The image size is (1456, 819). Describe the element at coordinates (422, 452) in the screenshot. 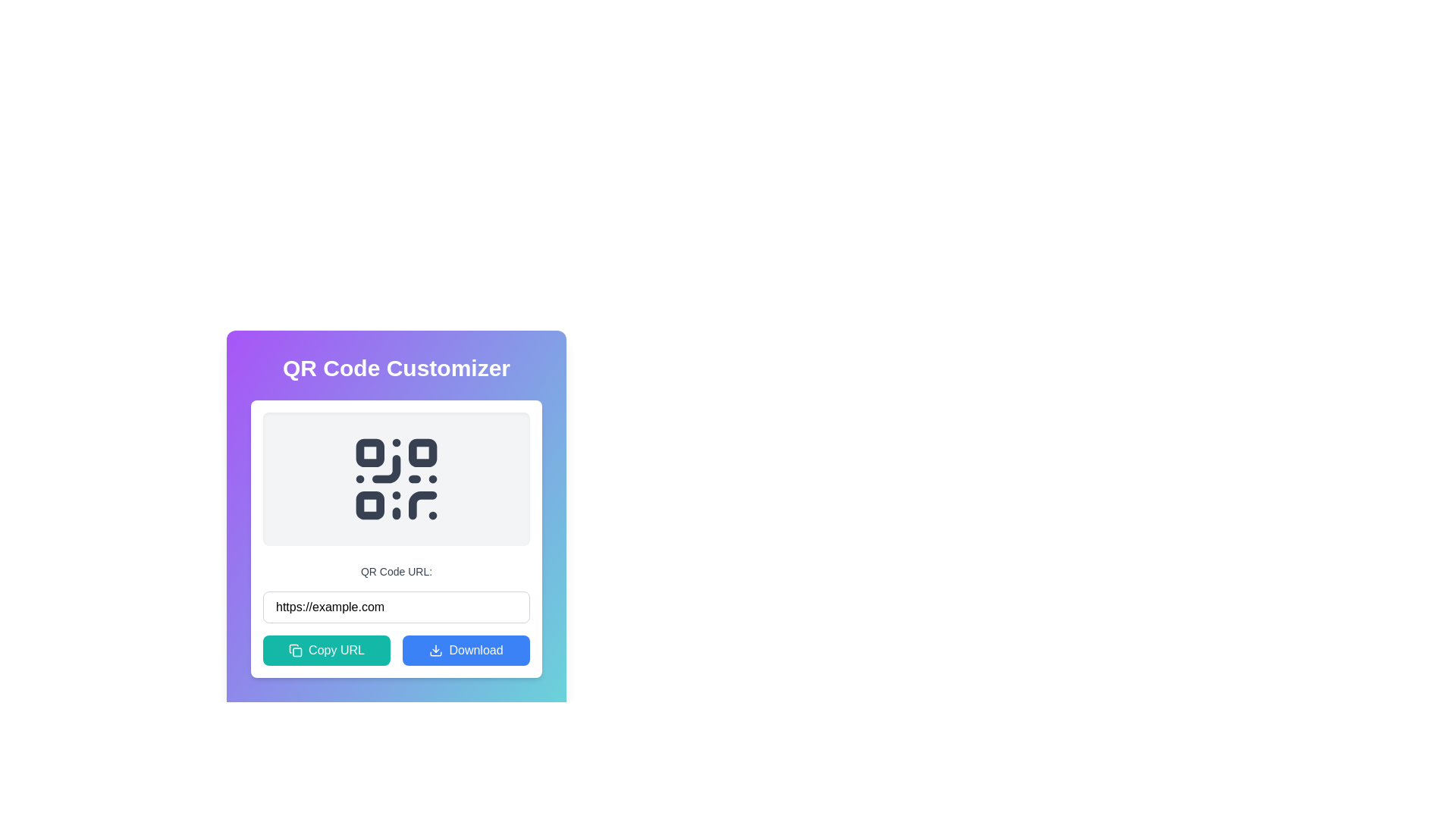

I see `the second square in the QR code grid, which is positioned in the top row and to the right of the leftmost square, within the QR code generator interface` at that location.